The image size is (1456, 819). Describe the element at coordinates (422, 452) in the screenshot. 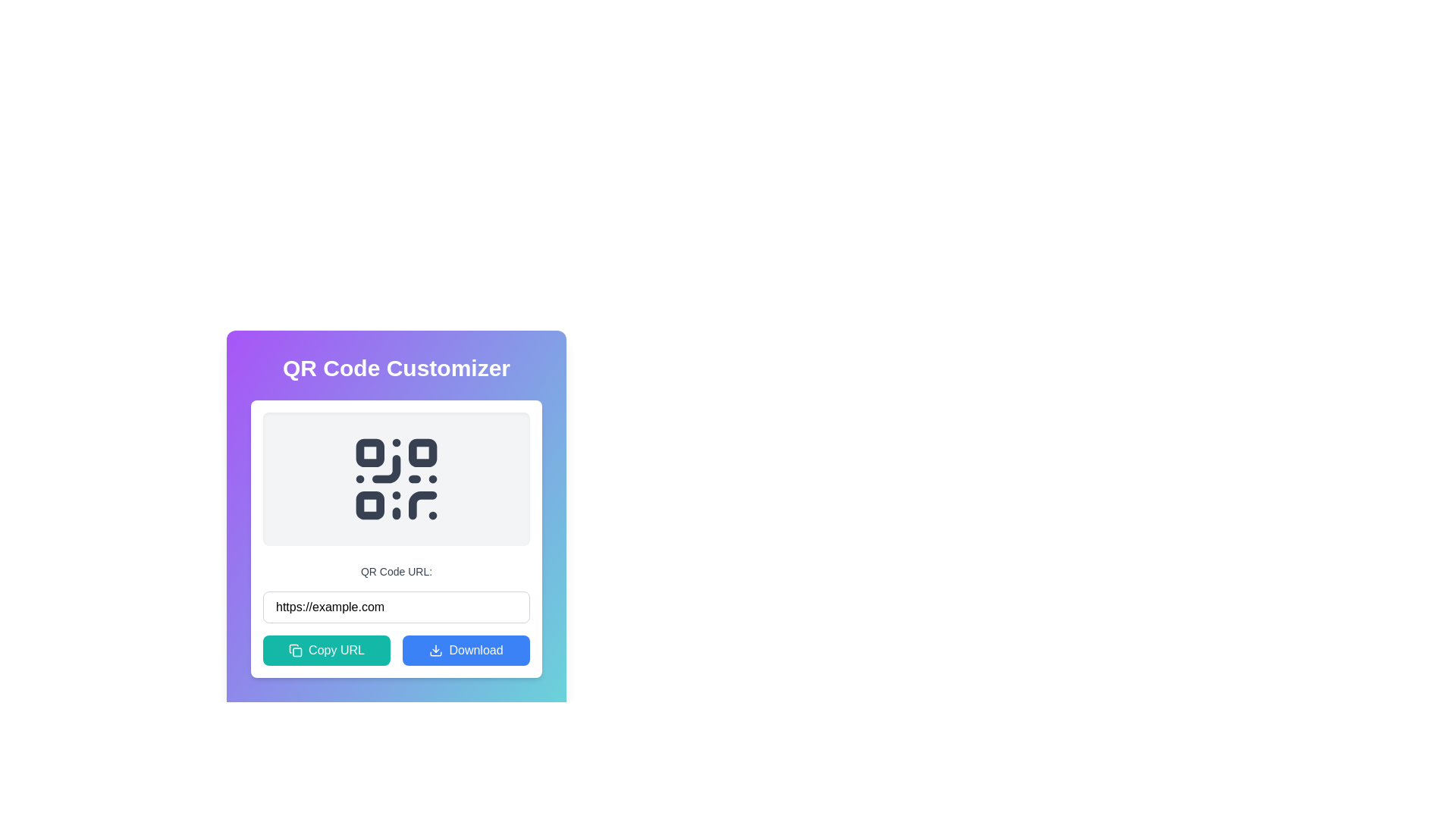

I see `the second square in the QR code grid, which is positioned in the top row and to the right of the leftmost square, within the QR code generator interface` at that location.